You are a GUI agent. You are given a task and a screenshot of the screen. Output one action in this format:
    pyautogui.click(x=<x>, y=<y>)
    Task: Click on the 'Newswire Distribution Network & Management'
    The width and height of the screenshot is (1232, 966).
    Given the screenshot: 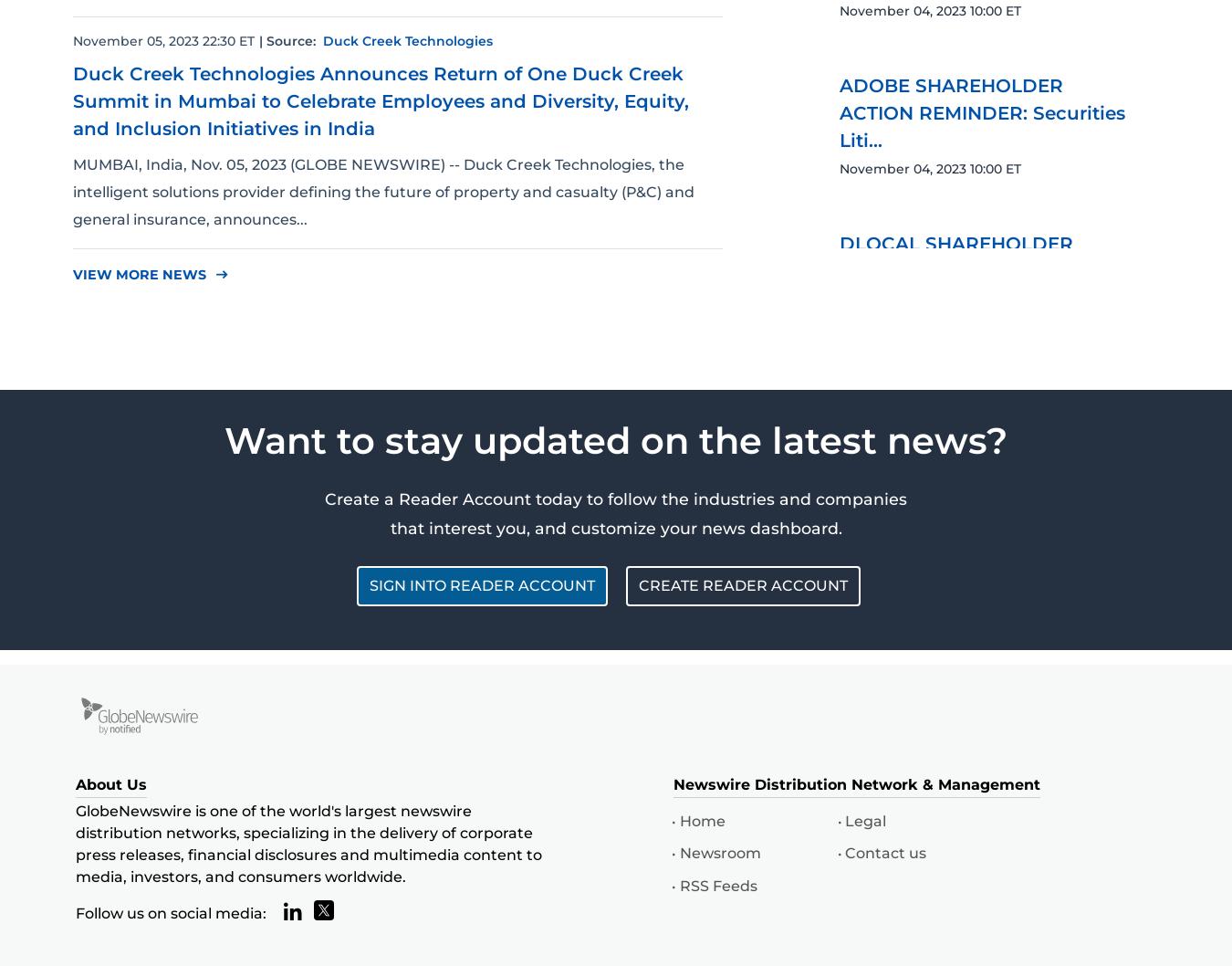 What is the action you would take?
    pyautogui.click(x=671, y=783)
    